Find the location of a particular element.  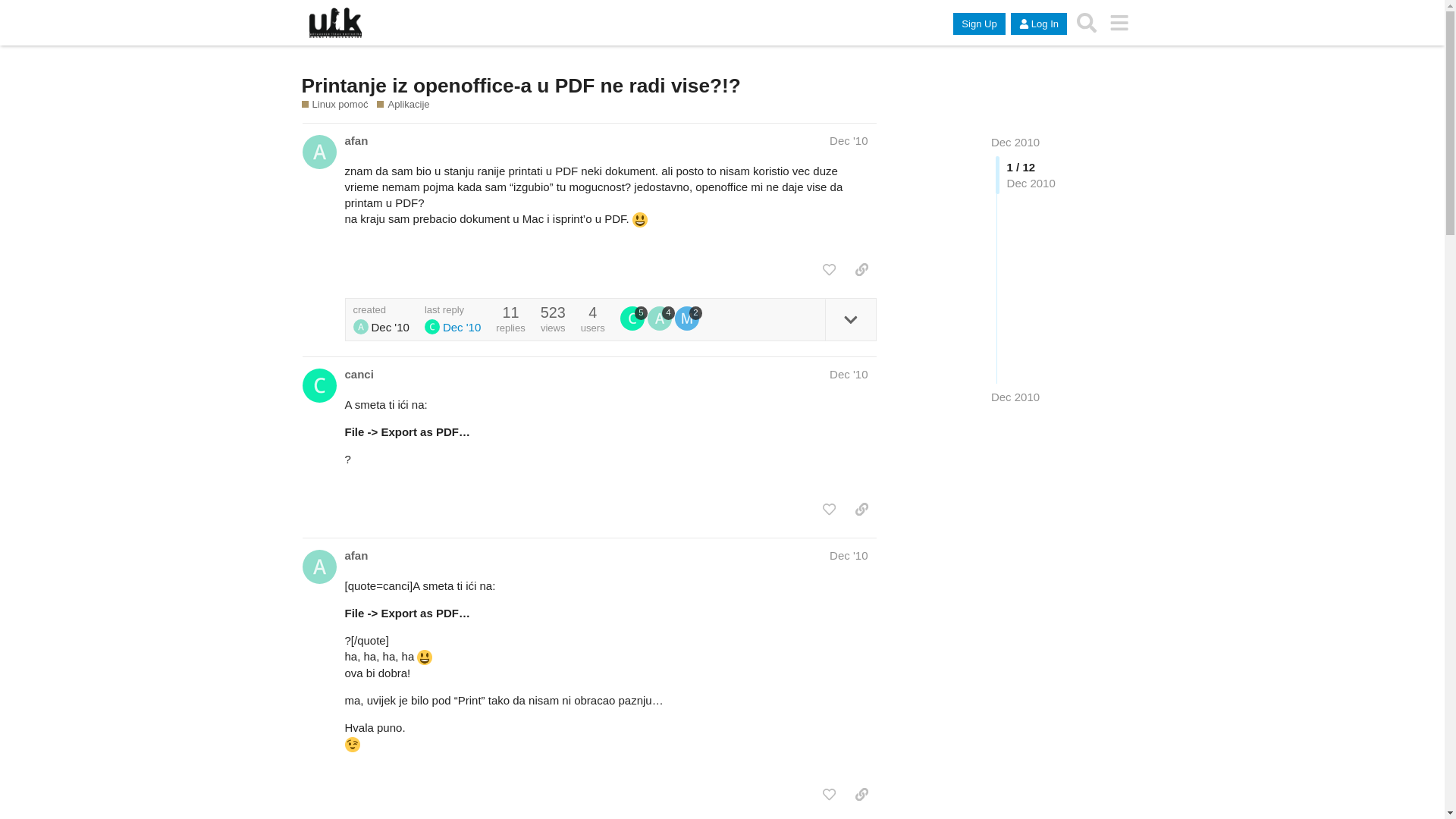

'expand topic details' is located at coordinates (850, 318).